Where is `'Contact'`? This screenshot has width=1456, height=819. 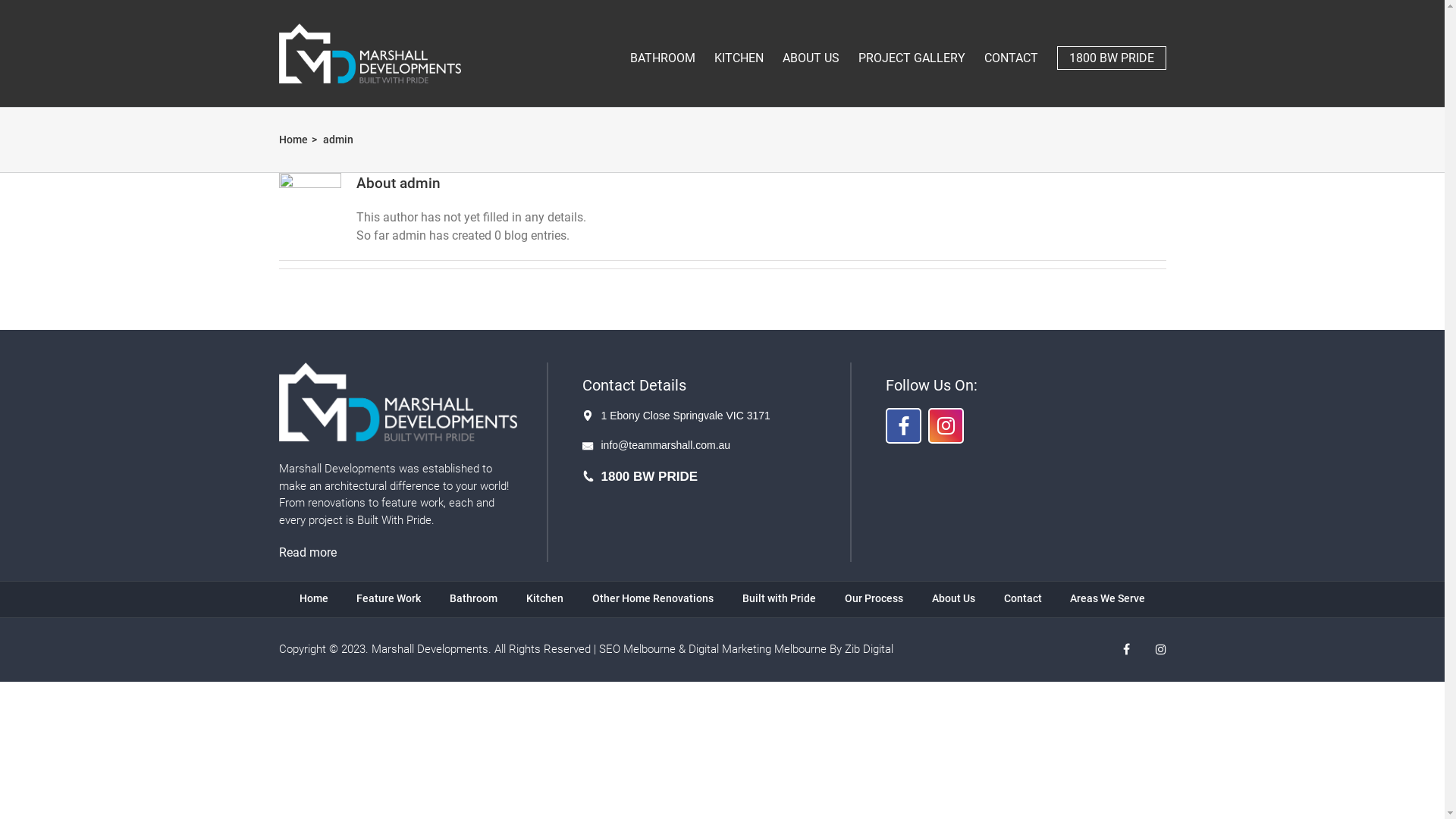
'Contact' is located at coordinates (1022, 598).